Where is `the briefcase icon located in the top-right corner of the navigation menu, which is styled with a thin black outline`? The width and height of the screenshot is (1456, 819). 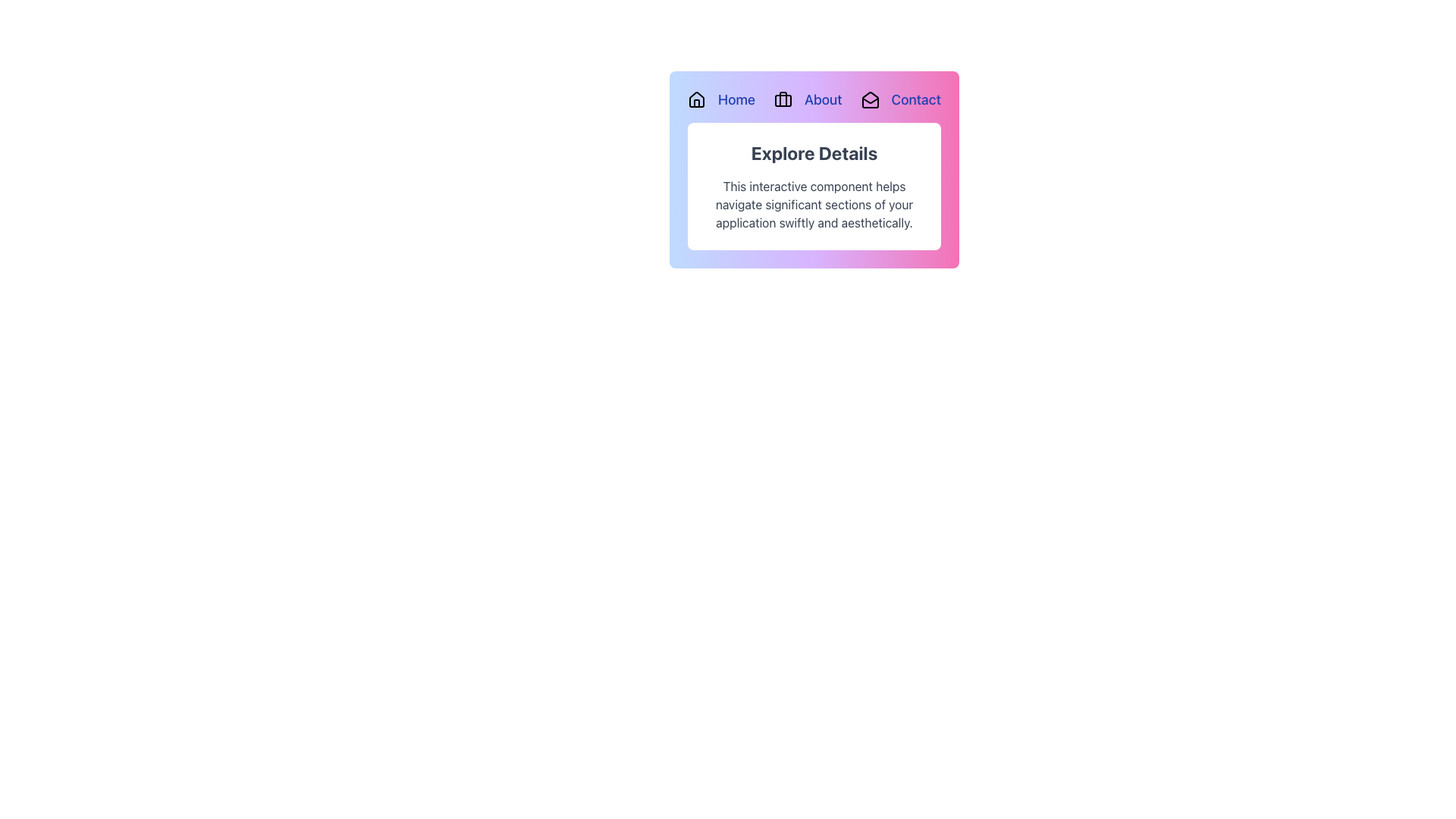
the briefcase icon located in the top-right corner of the navigation menu, which is styled with a thin black outline is located at coordinates (783, 99).